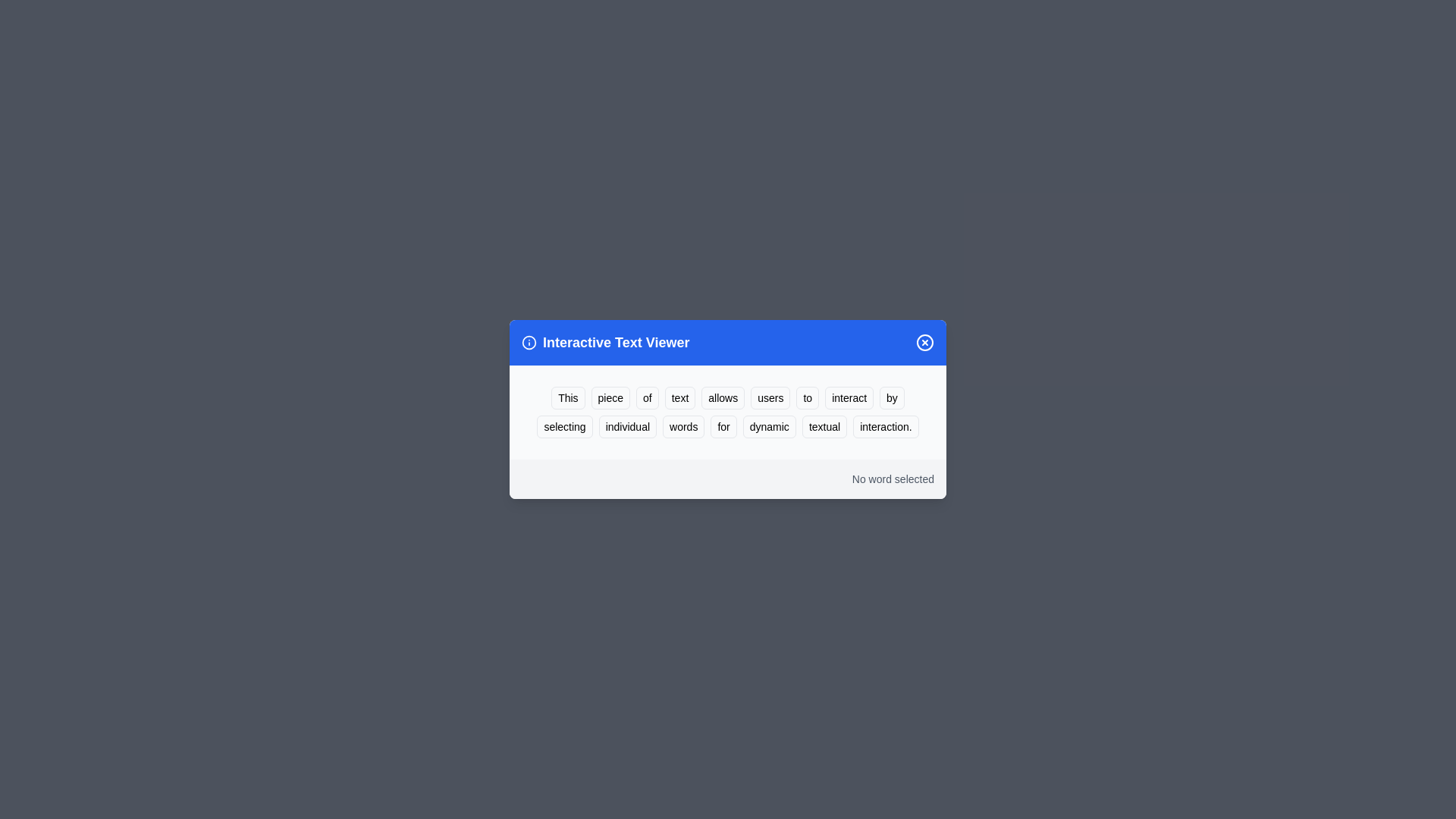  What do you see at coordinates (770, 397) in the screenshot?
I see `the word 'users' to highlight it` at bounding box center [770, 397].